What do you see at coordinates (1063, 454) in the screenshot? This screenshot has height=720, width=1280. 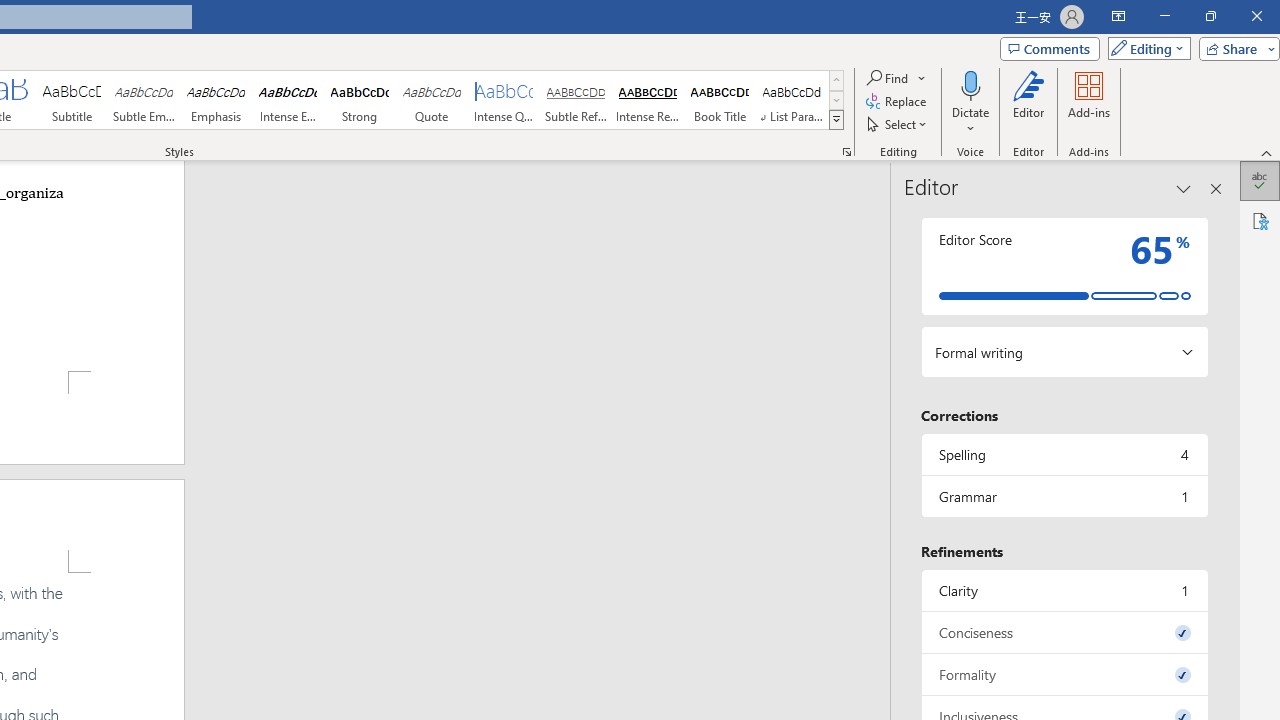 I see `'Spelling, 4 issues. Press space or enter to review items.'` at bounding box center [1063, 454].